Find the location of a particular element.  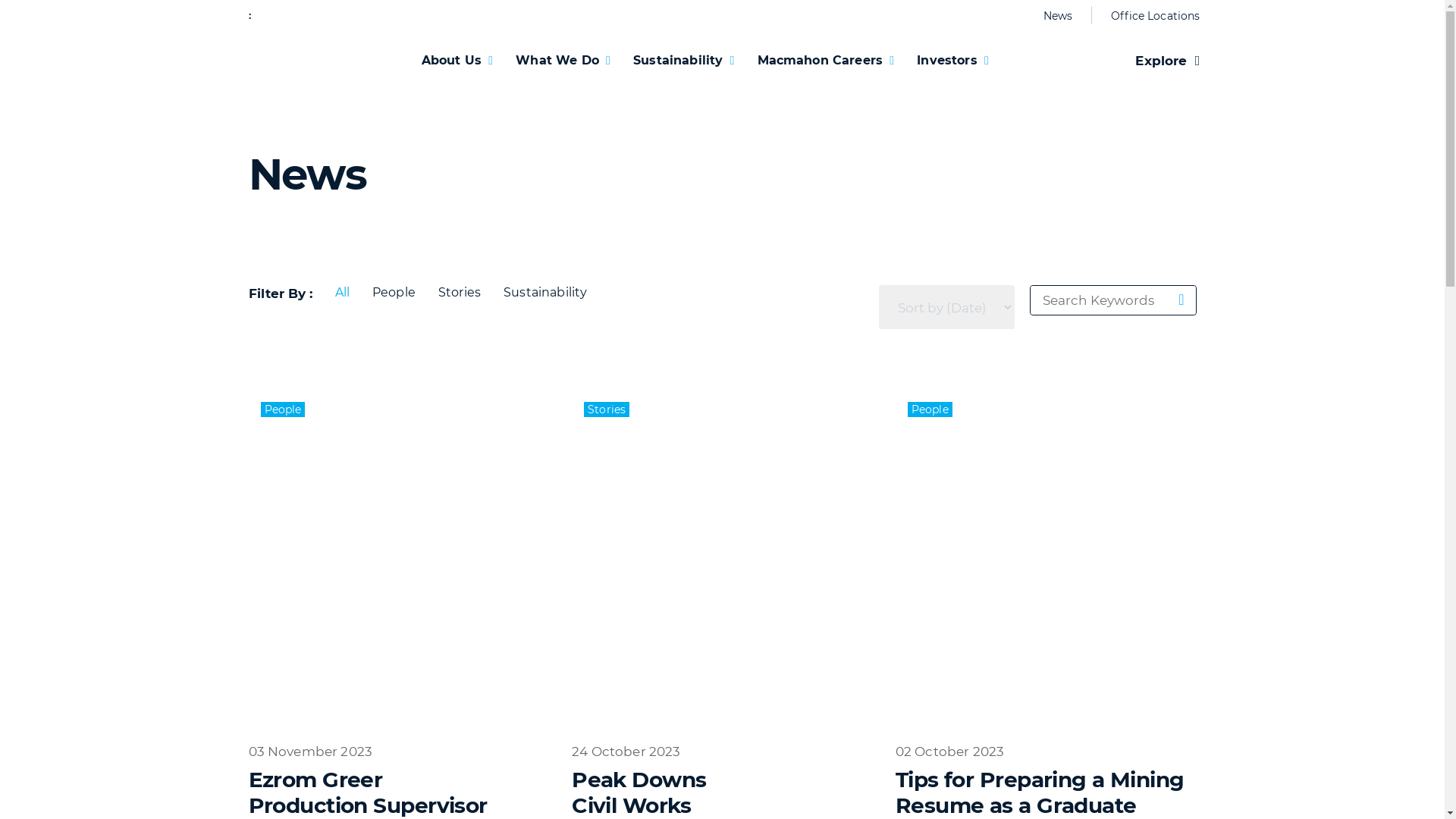

'People' is located at coordinates (359, 292).